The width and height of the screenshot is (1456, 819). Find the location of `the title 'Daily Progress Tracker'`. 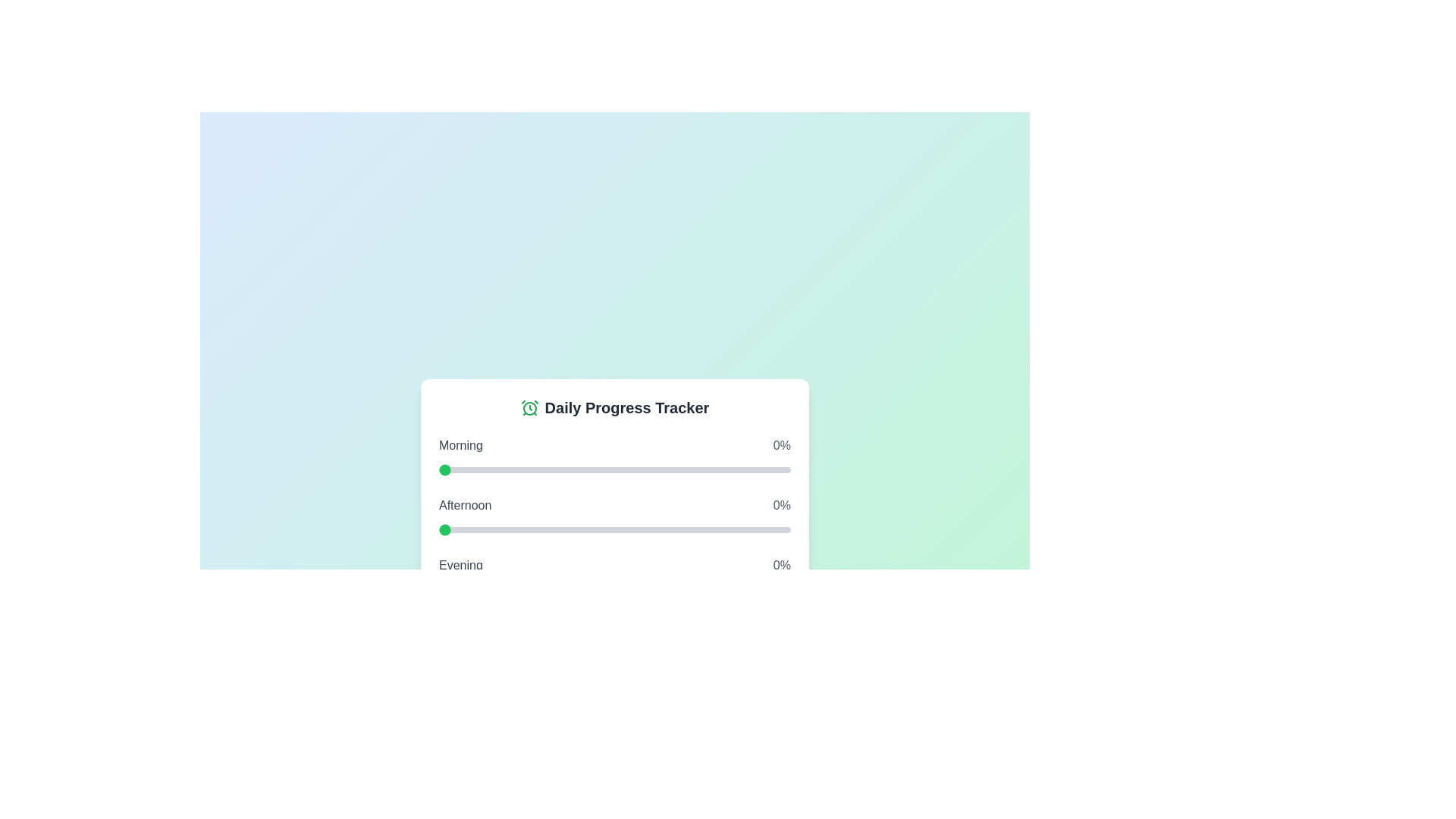

the title 'Daily Progress Tracker' is located at coordinates (615, 406).